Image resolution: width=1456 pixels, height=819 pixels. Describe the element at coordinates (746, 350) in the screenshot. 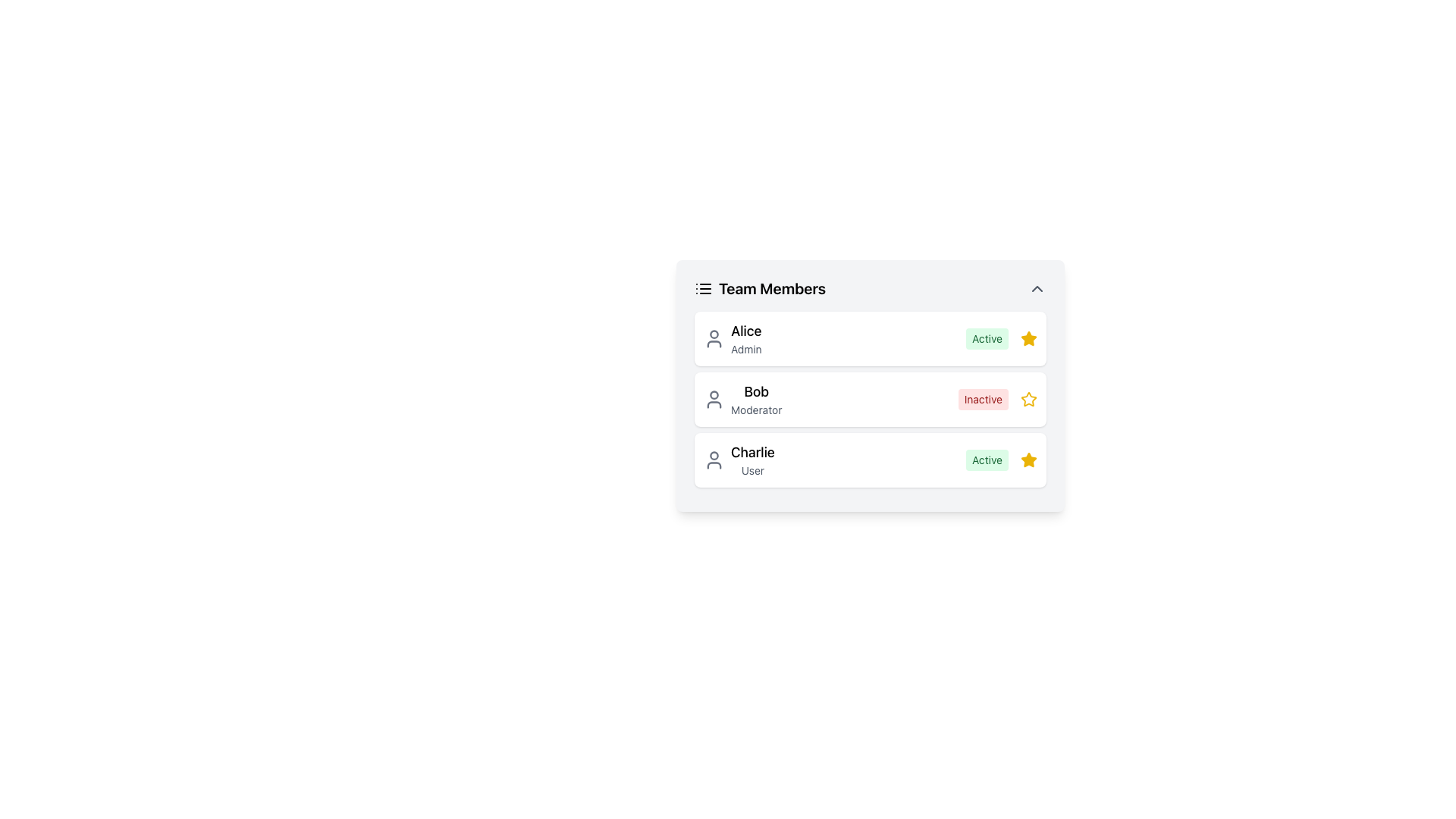

I see `the text label displaying 'Admin', which is a small gray font, located directly below 'Alice' in the 'Team Members' section` at that location.